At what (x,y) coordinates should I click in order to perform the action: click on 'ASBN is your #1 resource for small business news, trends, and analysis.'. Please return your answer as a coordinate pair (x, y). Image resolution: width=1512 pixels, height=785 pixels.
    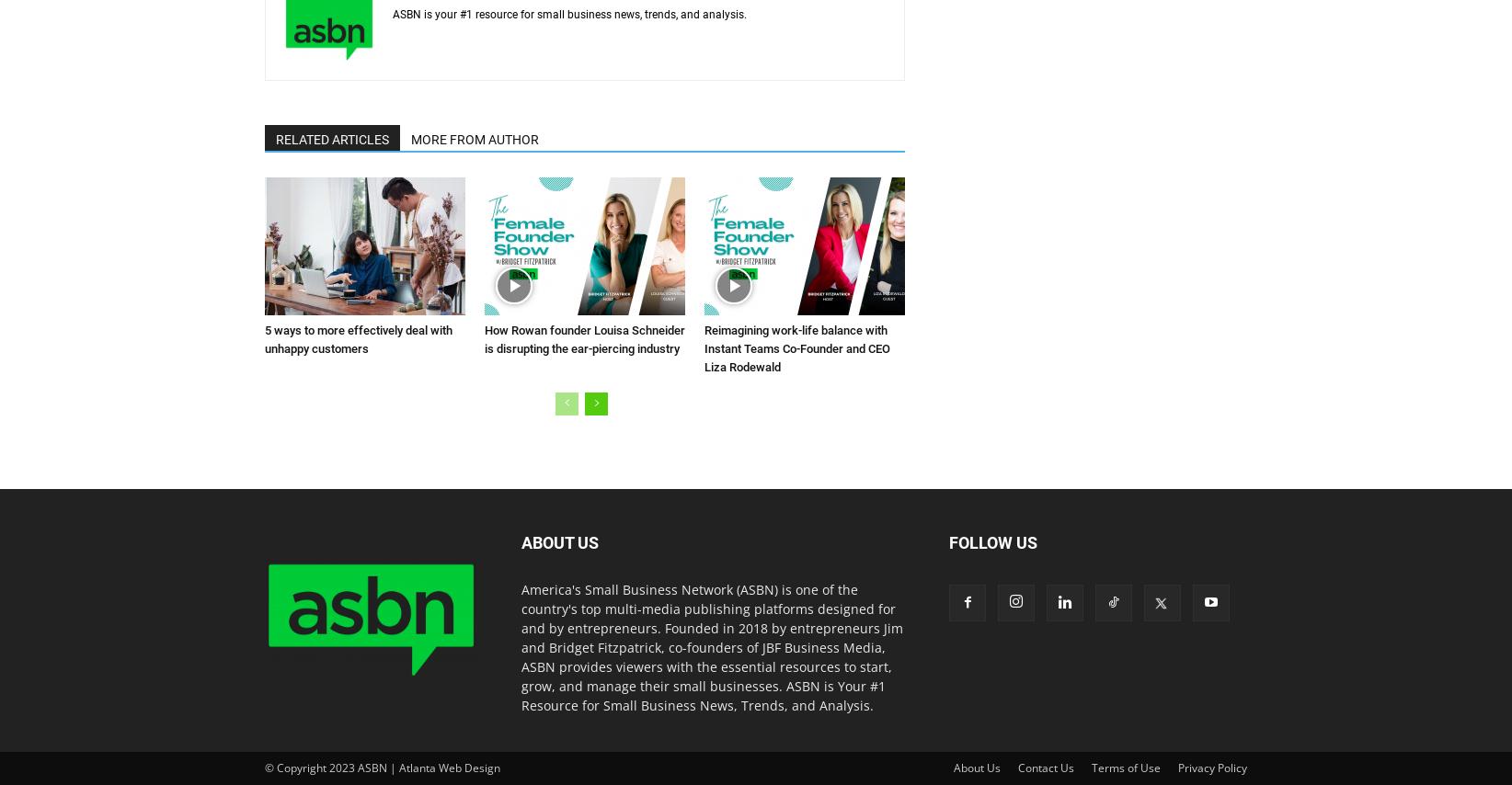
    Looking at the image, I should click on (392, 13).